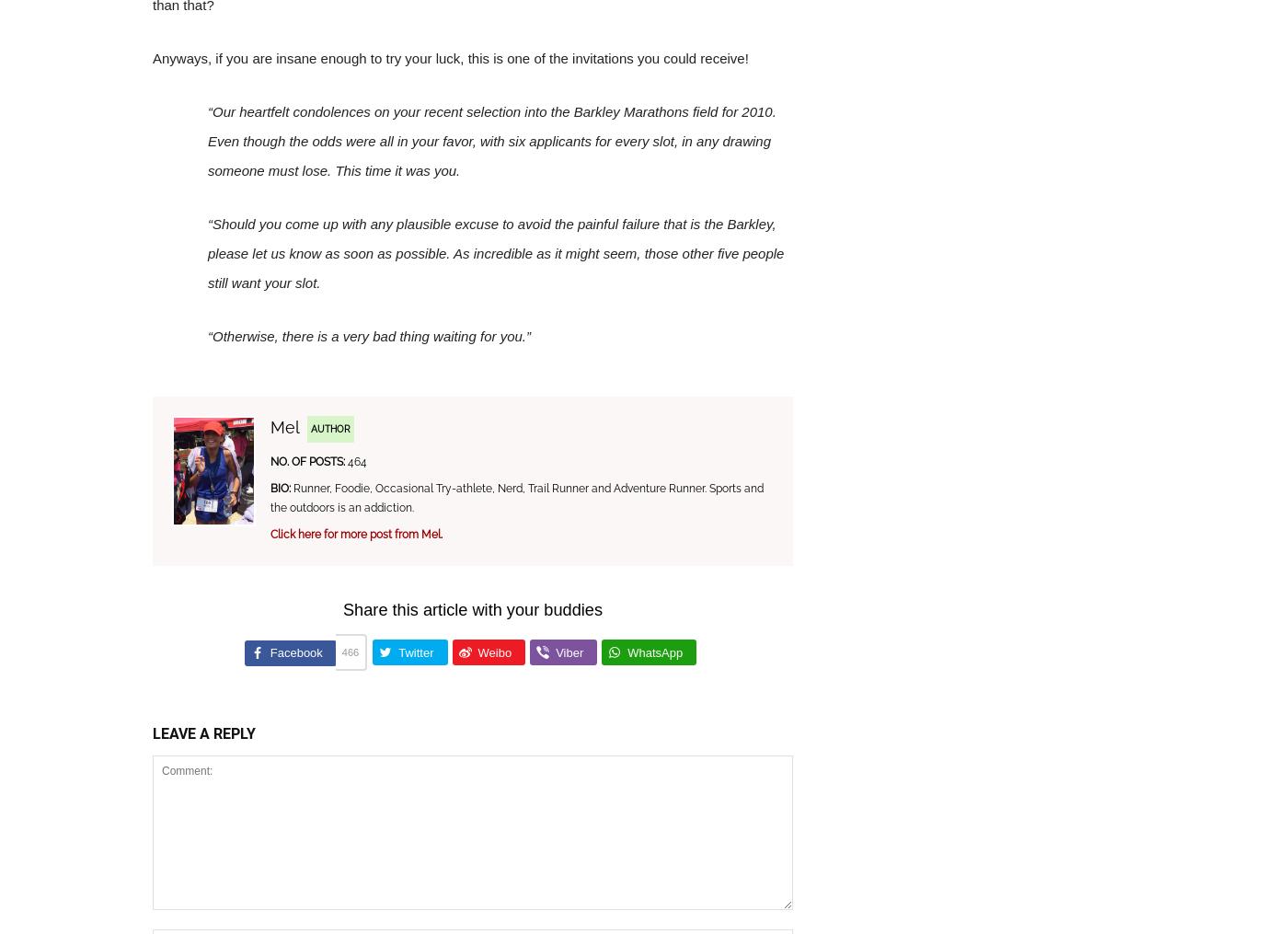 The height and width of the screenshot is (934, 1288). What do you see at coordinates (416, 651) in the screenshot?
I see `'Twitter'` at bounding box center [416, 651].